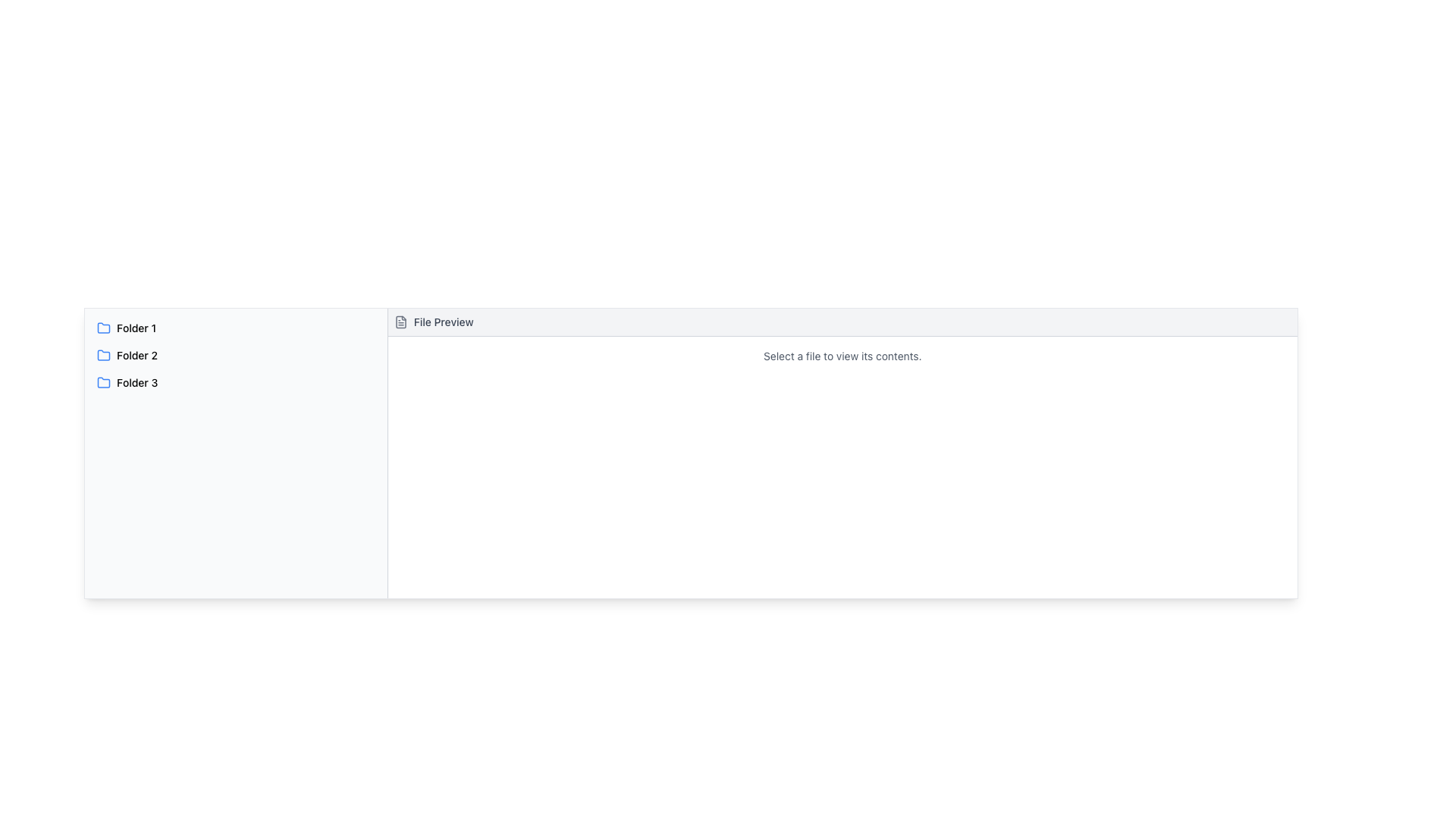  I want to click on the blue folder icon located to the left of the text label 'Folder 1' in the left panel of the interface, so click(103, 327).